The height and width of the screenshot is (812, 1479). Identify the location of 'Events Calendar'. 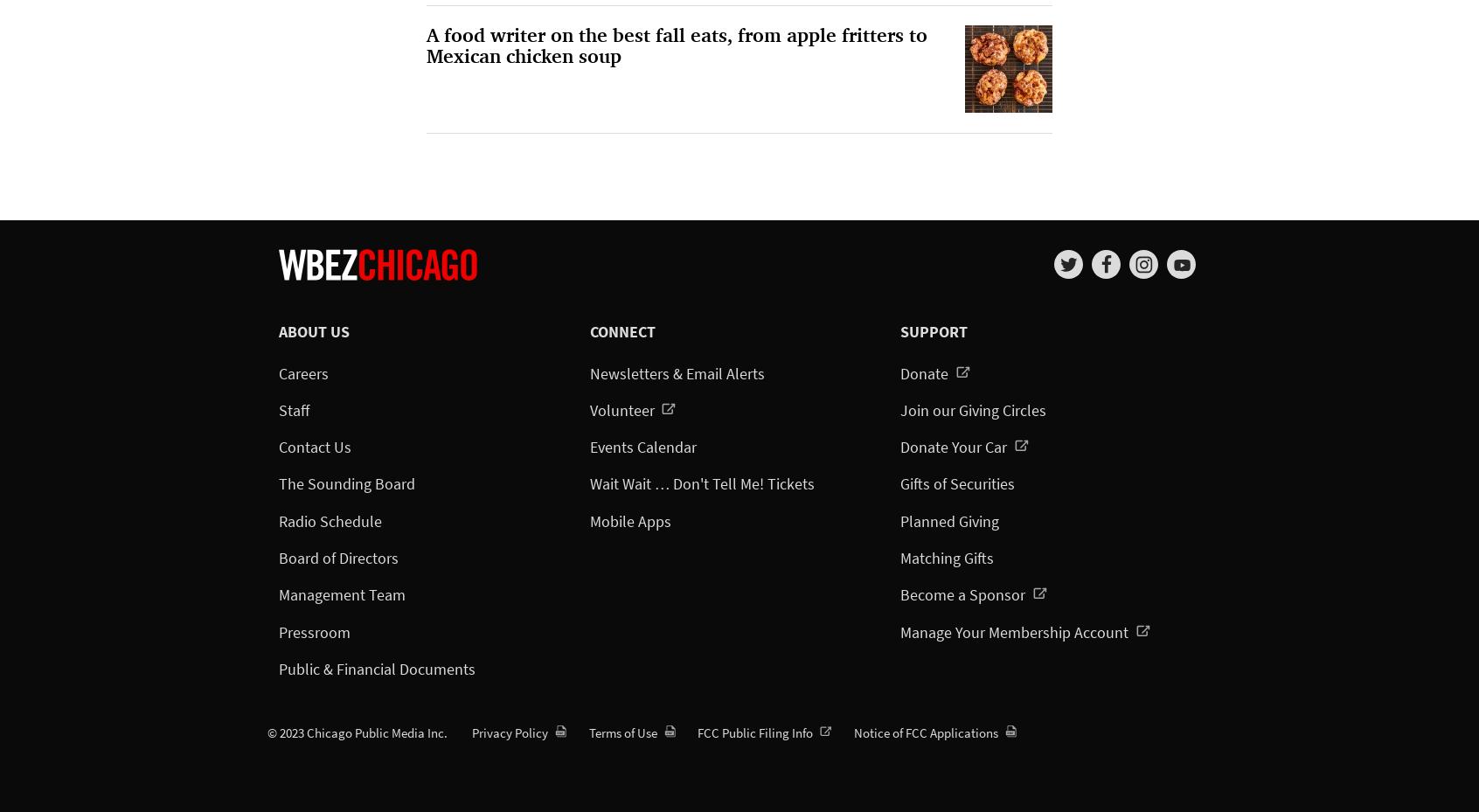
(642, 447).